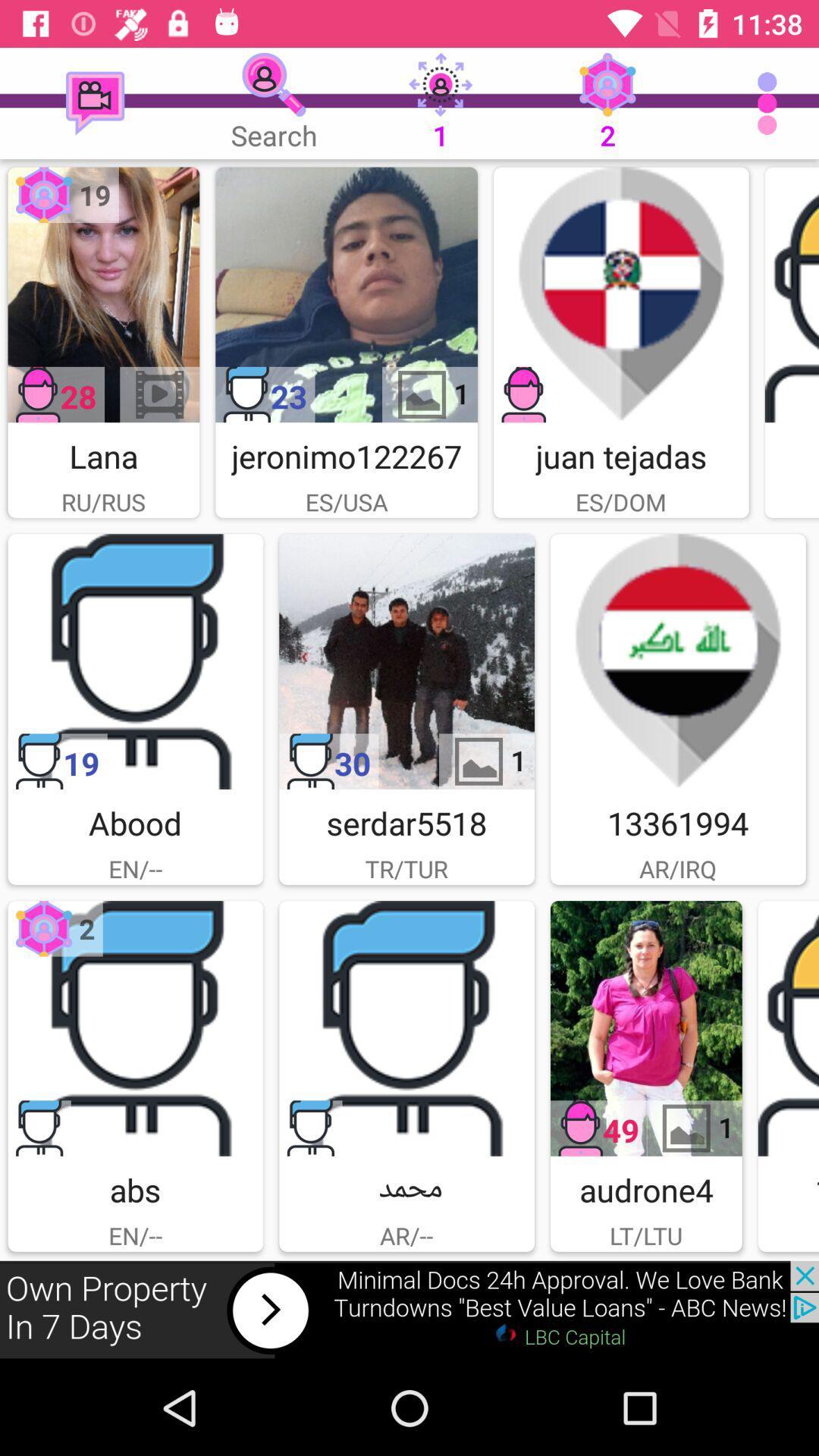  Describe the element at coordinates (102, 294) in the screenshot. I see `profile` at that location.